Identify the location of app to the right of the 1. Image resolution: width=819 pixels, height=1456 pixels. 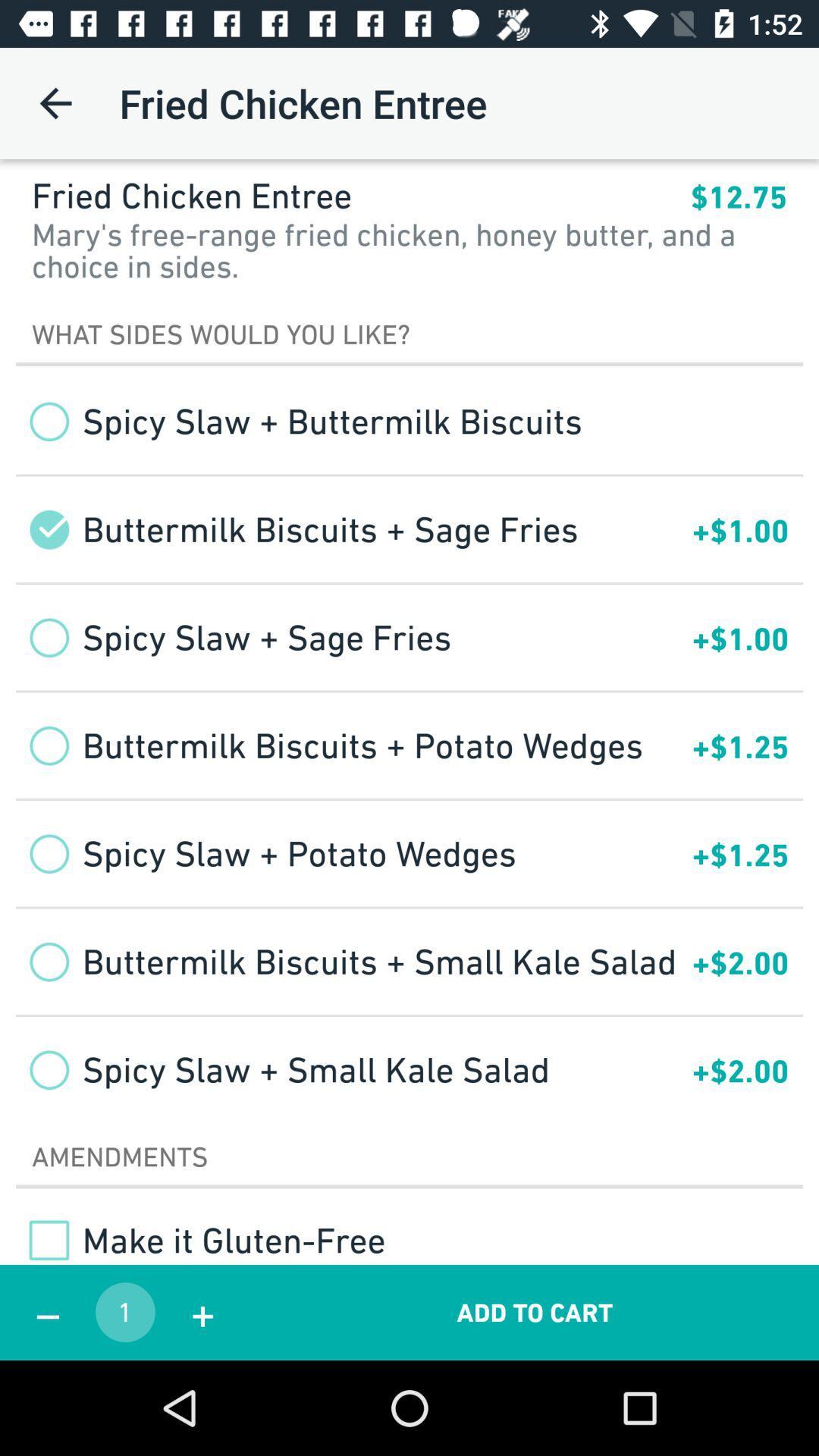
(202, 1312).